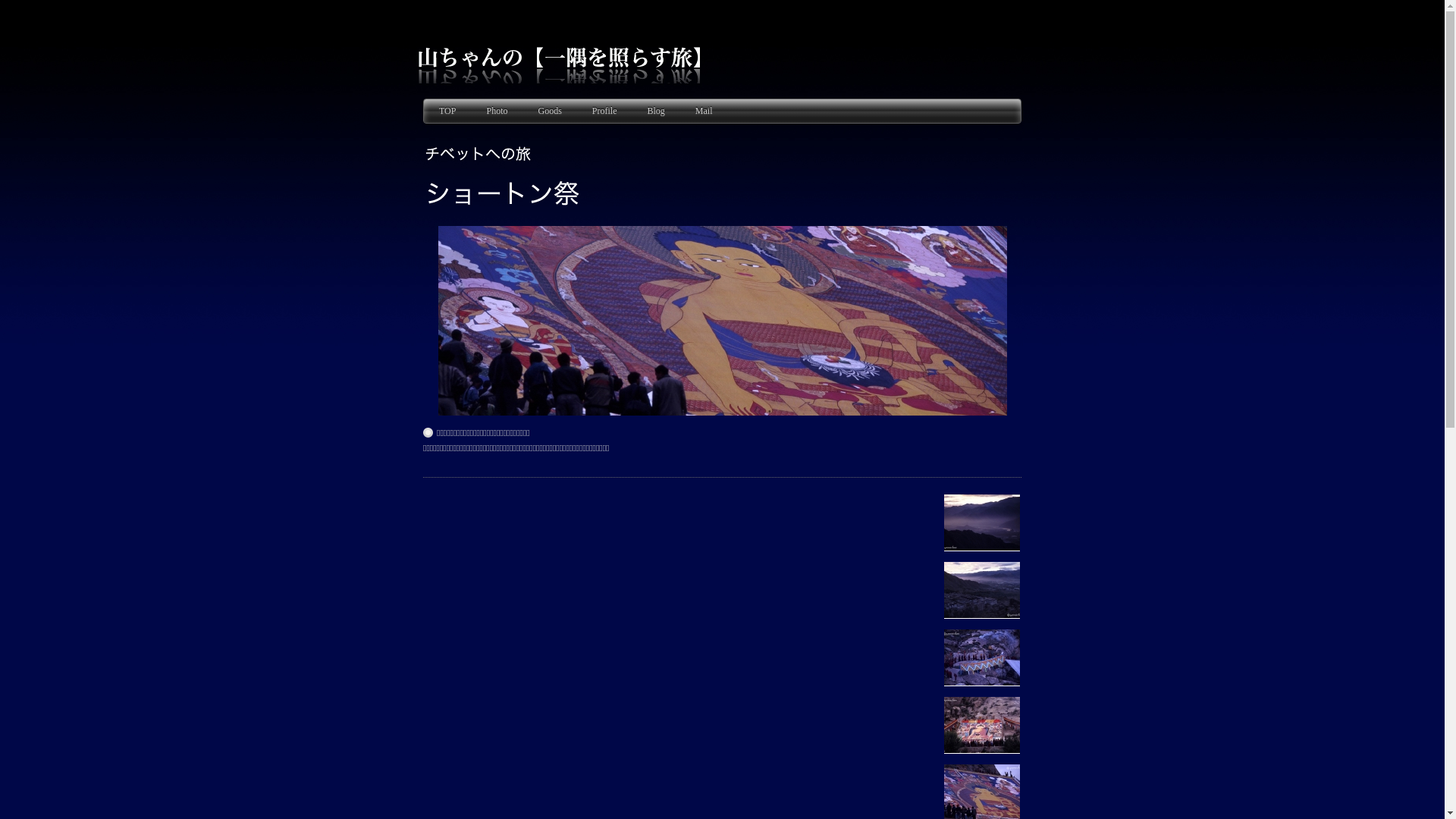 The height and width of the screenshot is (819, 1456). I want to click on 'Goods', so click(548, 110).